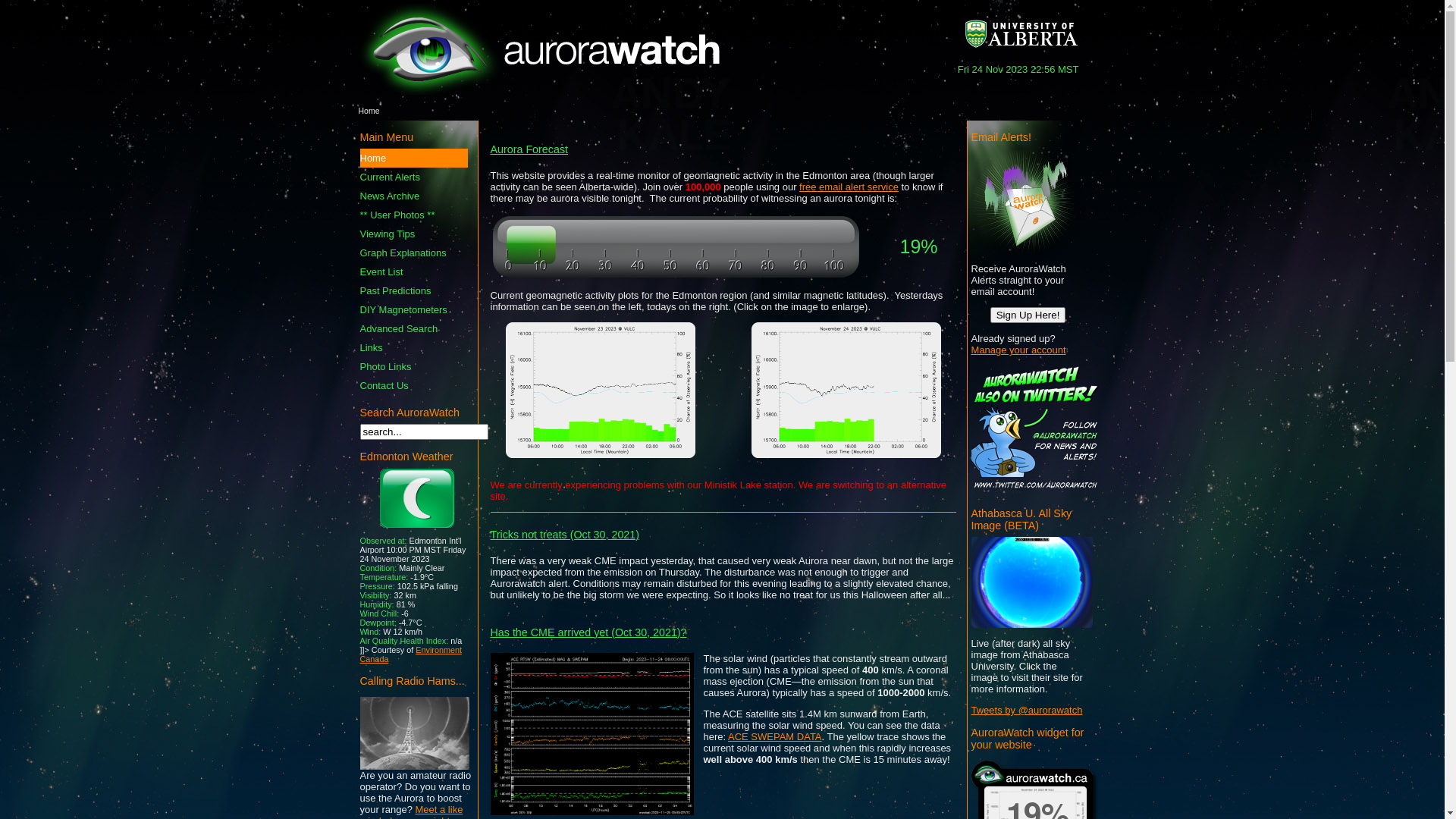 This screenshot has width=1456, height=819. Describe the element at coordinates (971, 710) in the screenshot. I see `'Tweets by @aurorawatch'` at that location.